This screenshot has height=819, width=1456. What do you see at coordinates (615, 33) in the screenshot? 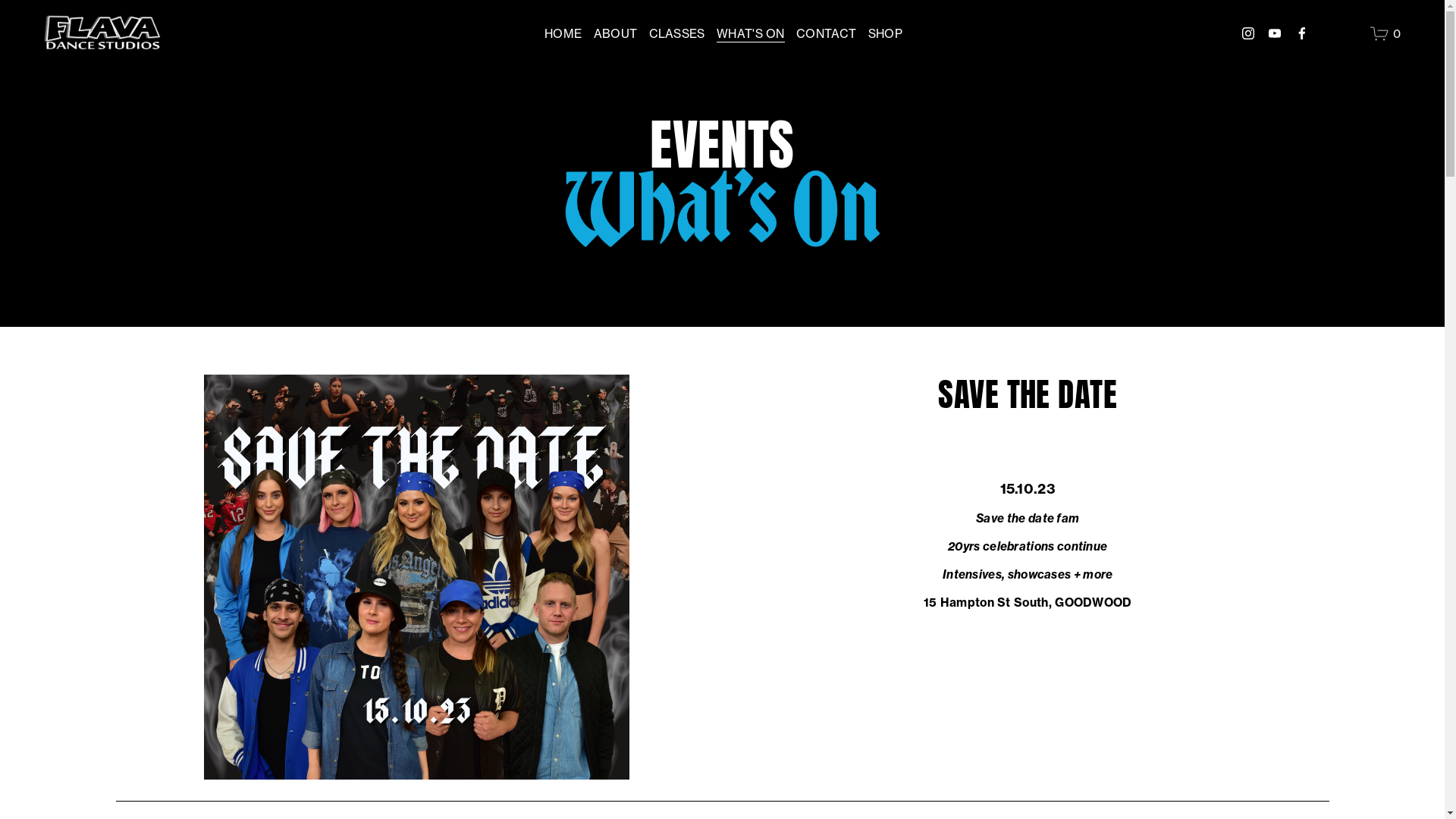
I see `'ABOUT'` at bounding box center [615, 33].